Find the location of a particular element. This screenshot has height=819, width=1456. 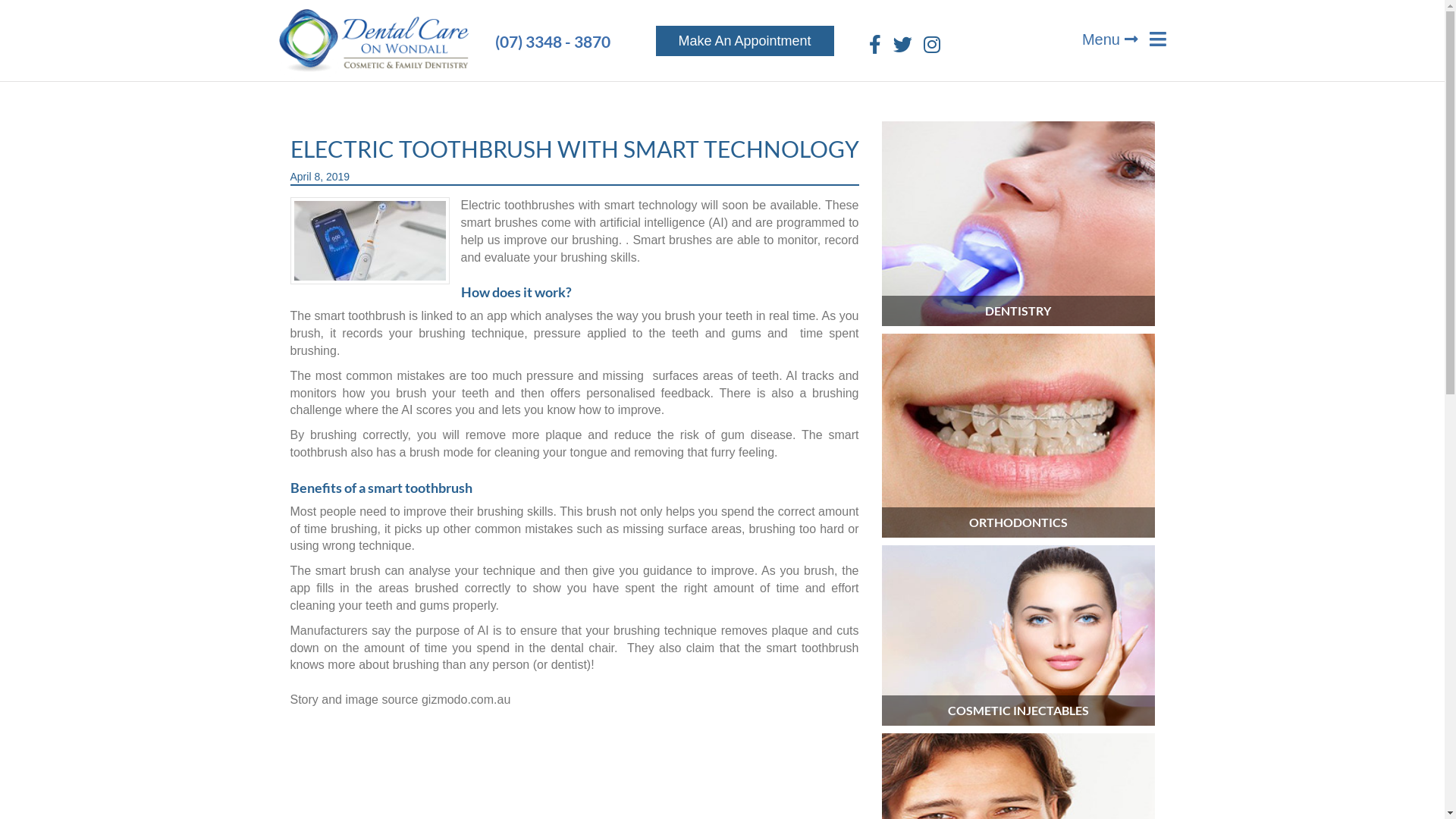

'Twitter' is located at coordinates (888, 43).